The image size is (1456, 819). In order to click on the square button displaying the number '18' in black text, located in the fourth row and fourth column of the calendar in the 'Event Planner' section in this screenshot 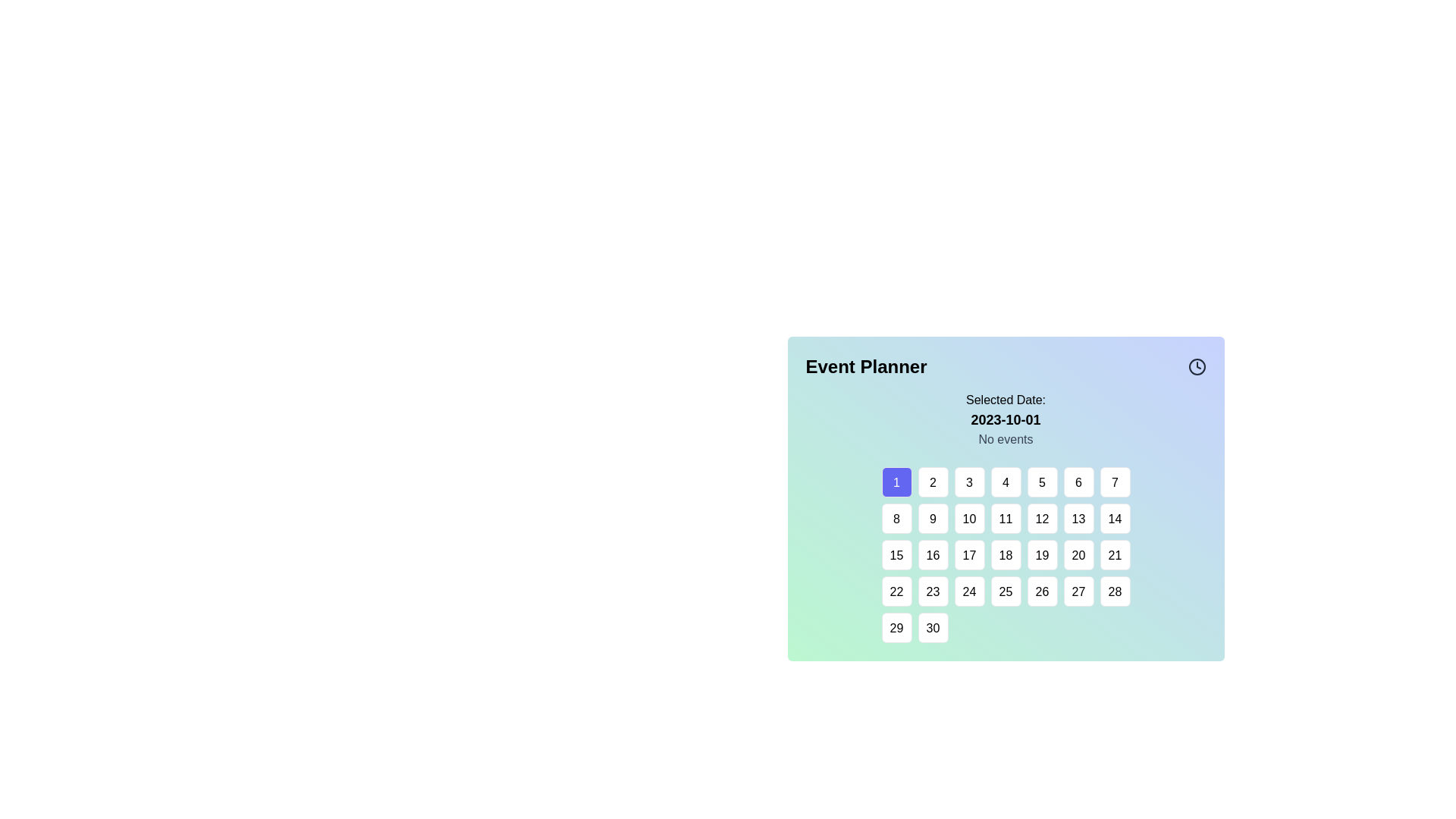, I will do `click(1006, 555)`.